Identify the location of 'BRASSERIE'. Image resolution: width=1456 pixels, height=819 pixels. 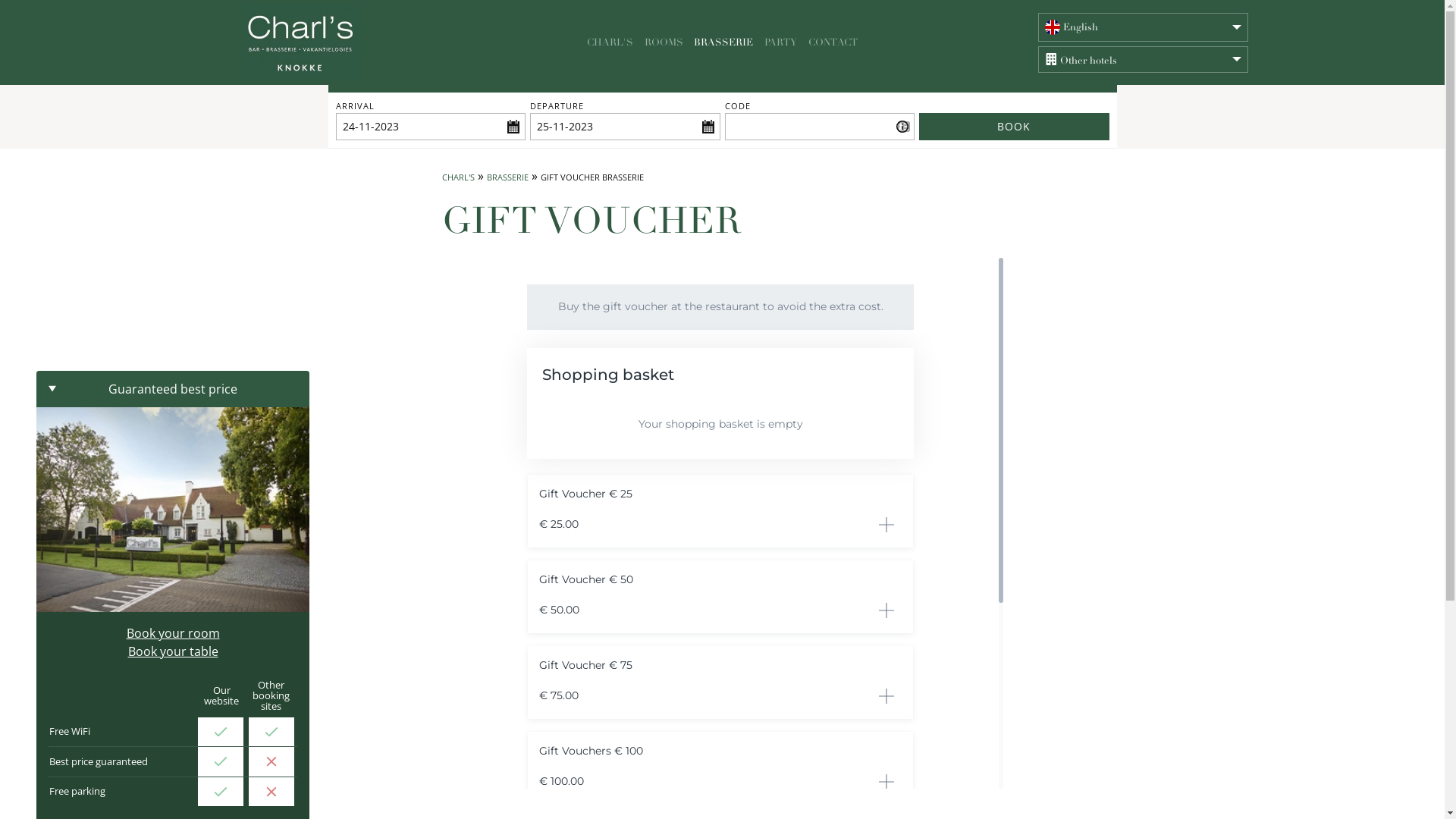
(723, 42).